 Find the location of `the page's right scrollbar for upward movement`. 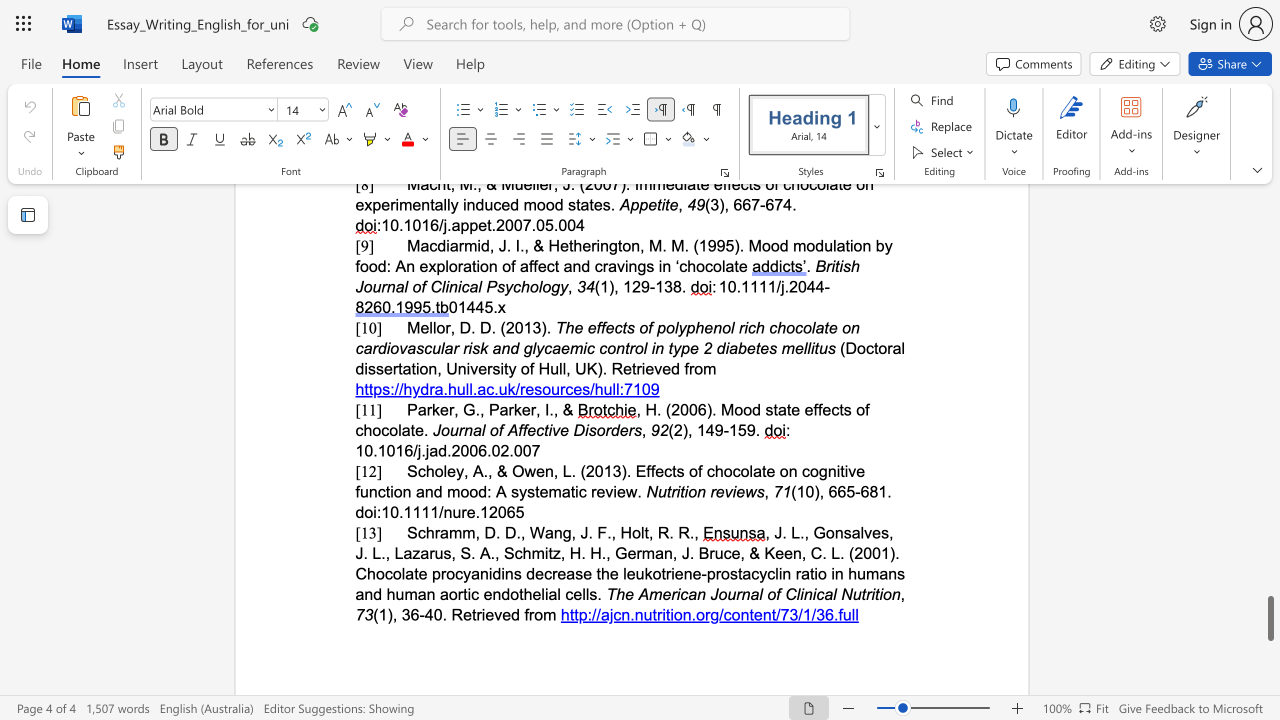

the page's right scrollbar for upward movement is located at coordinates (1269, 300).